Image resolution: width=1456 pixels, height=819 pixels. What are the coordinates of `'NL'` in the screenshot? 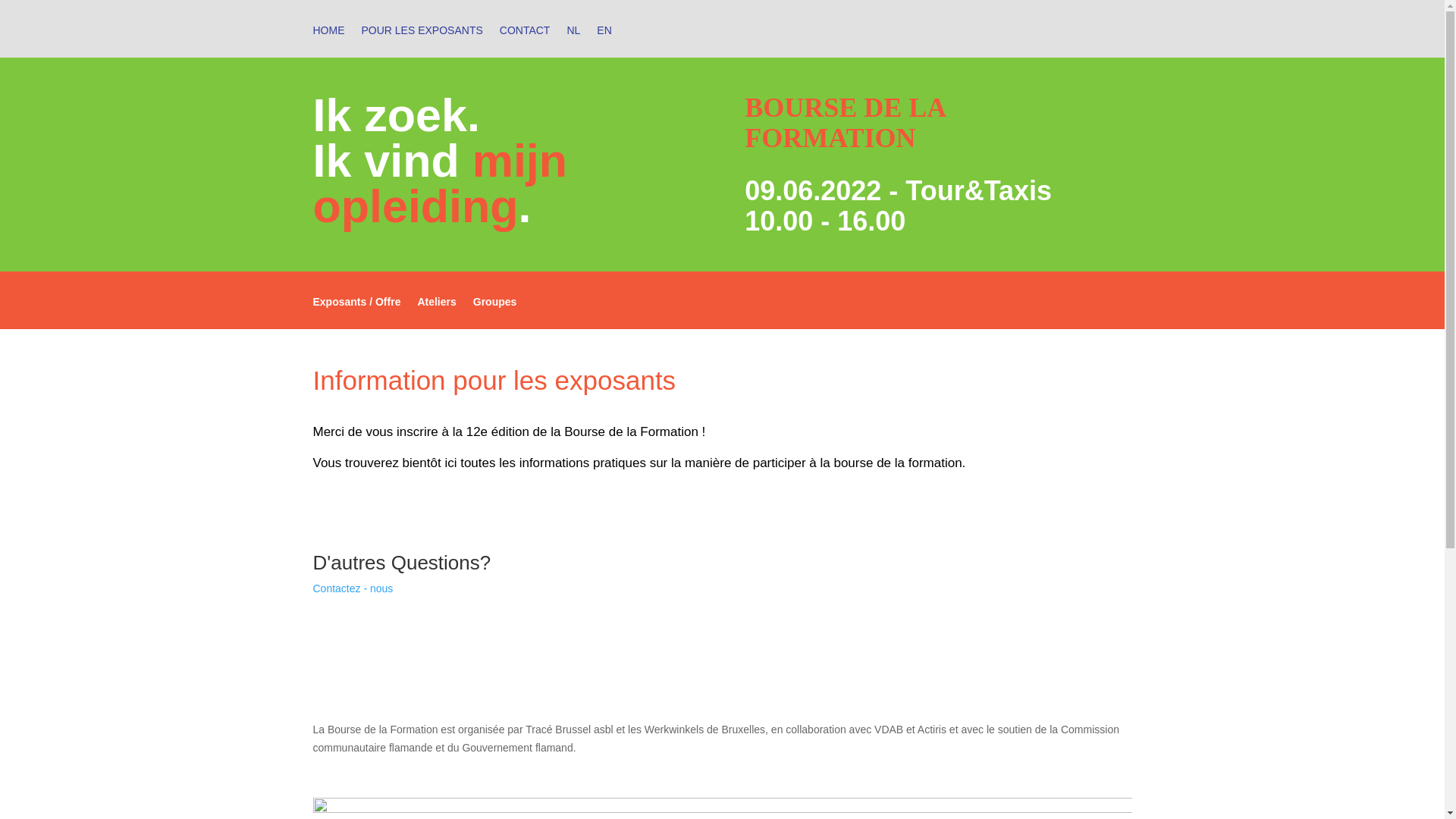 It's located at (572, 40).